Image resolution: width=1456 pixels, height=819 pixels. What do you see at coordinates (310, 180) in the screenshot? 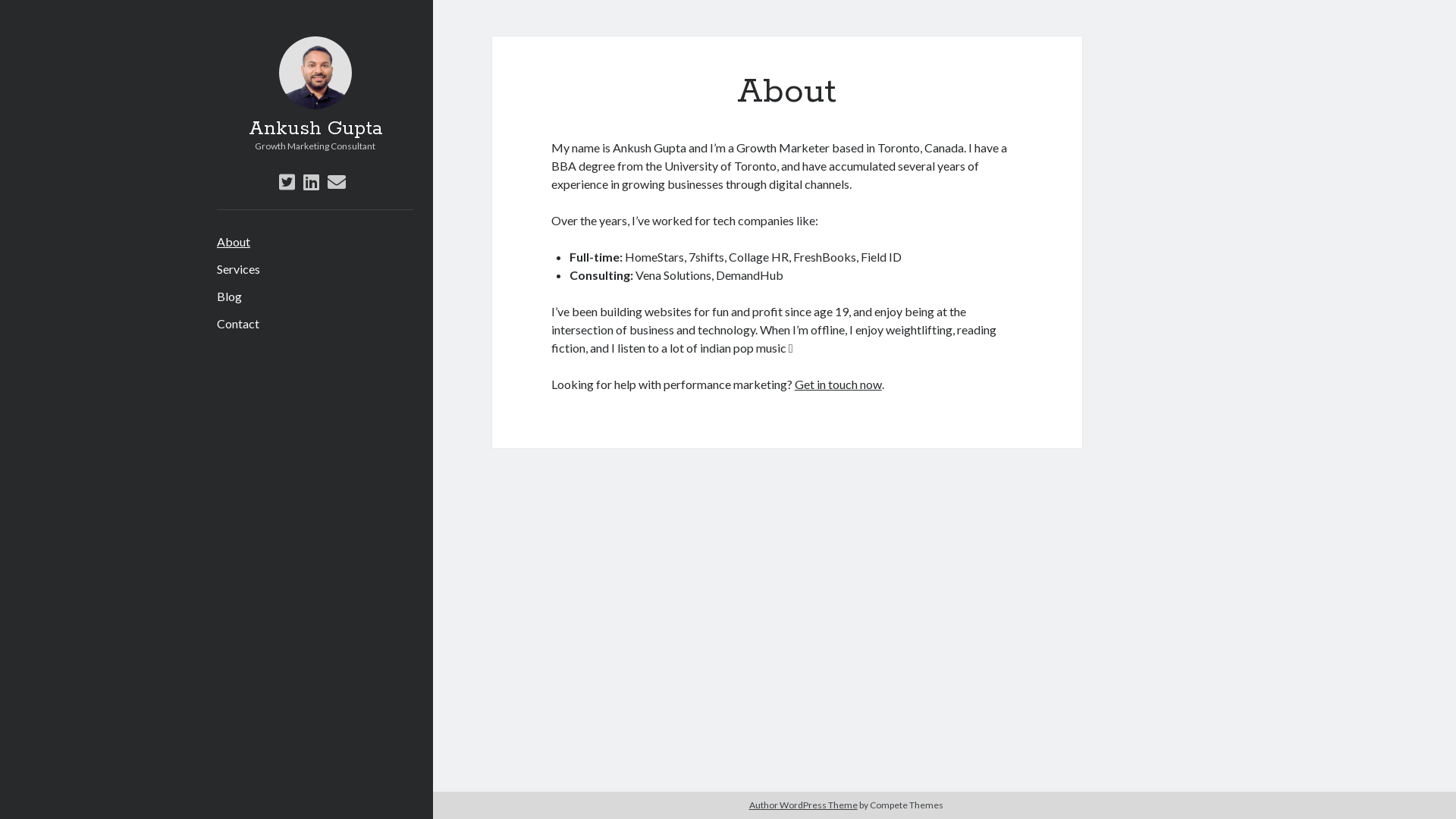
I see `'linkedin'` at bounding box center [310, 180].